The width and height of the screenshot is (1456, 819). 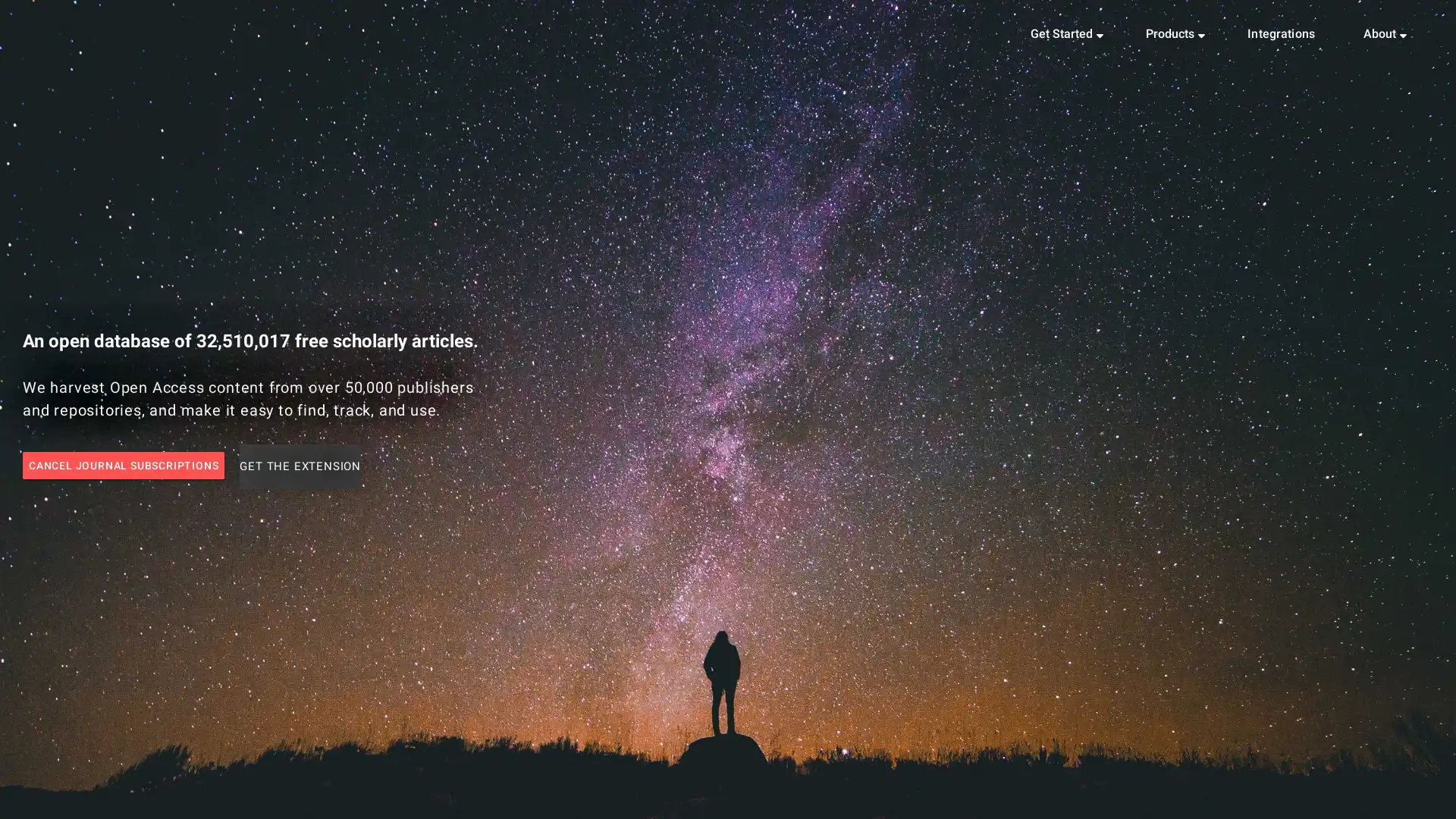 What do you see at coordinates (1175, 33) in the screenshot?
I see `Products` at bounding box center [1175, 33].